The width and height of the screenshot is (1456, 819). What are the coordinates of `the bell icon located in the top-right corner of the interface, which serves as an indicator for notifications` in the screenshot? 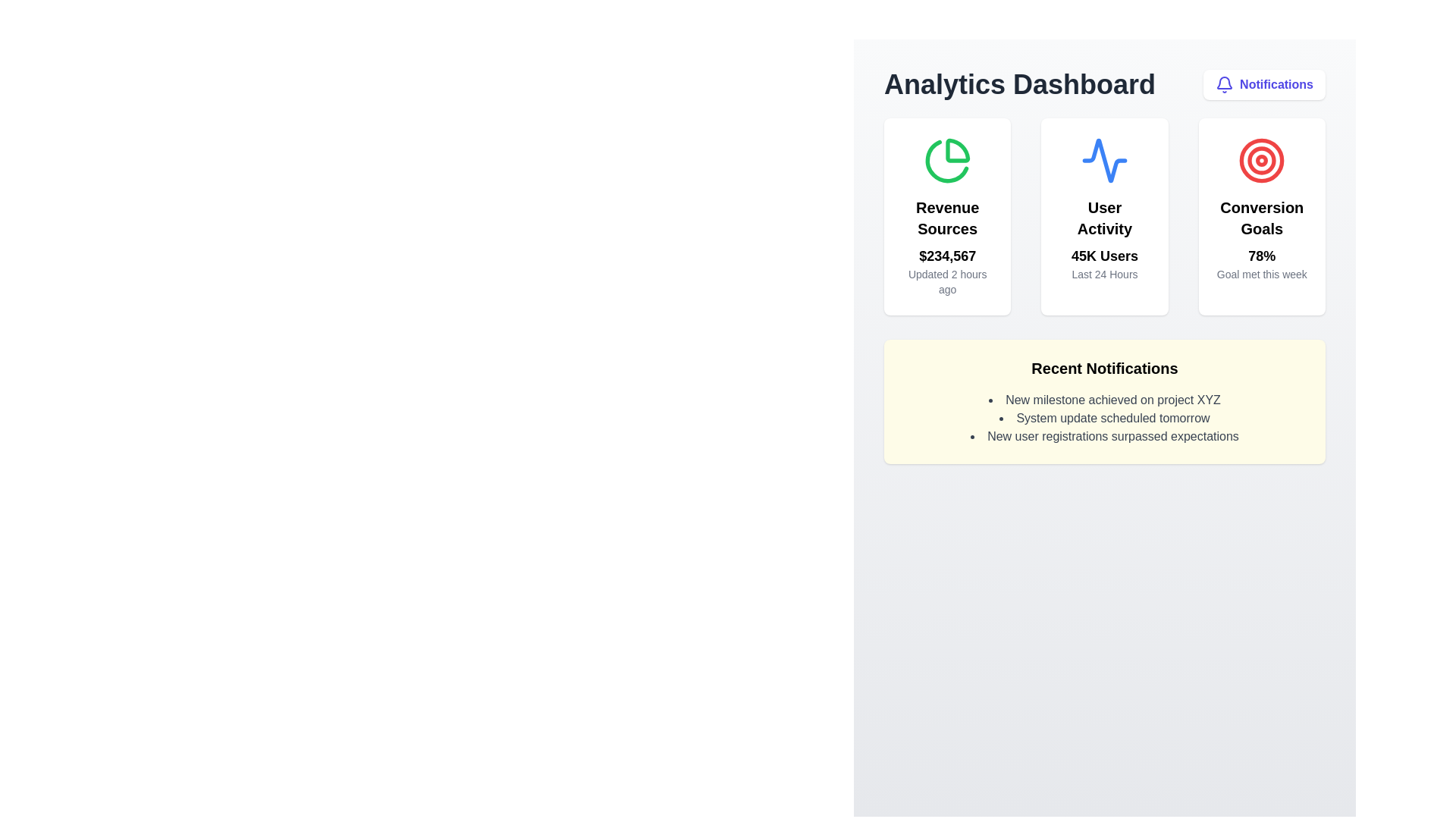 It's located at (1225, 84).